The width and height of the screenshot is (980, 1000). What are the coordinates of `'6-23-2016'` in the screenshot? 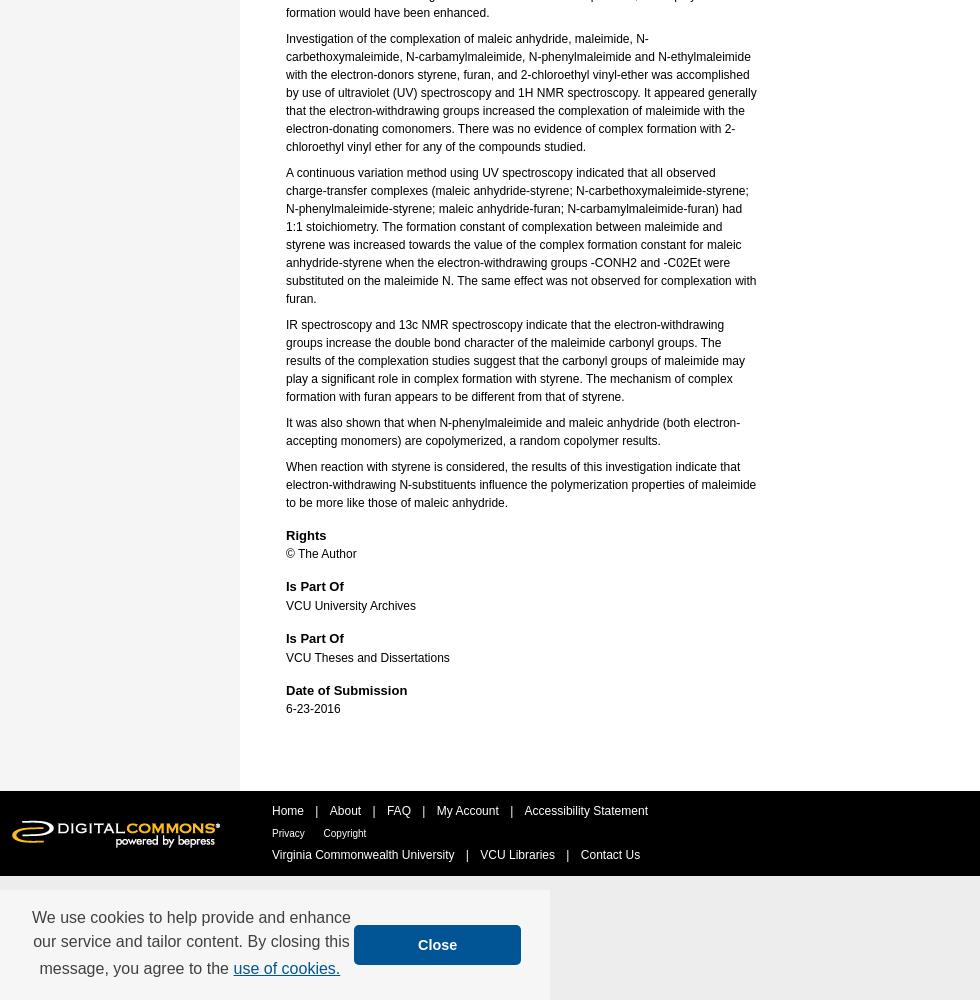 It's located at (313, 708).